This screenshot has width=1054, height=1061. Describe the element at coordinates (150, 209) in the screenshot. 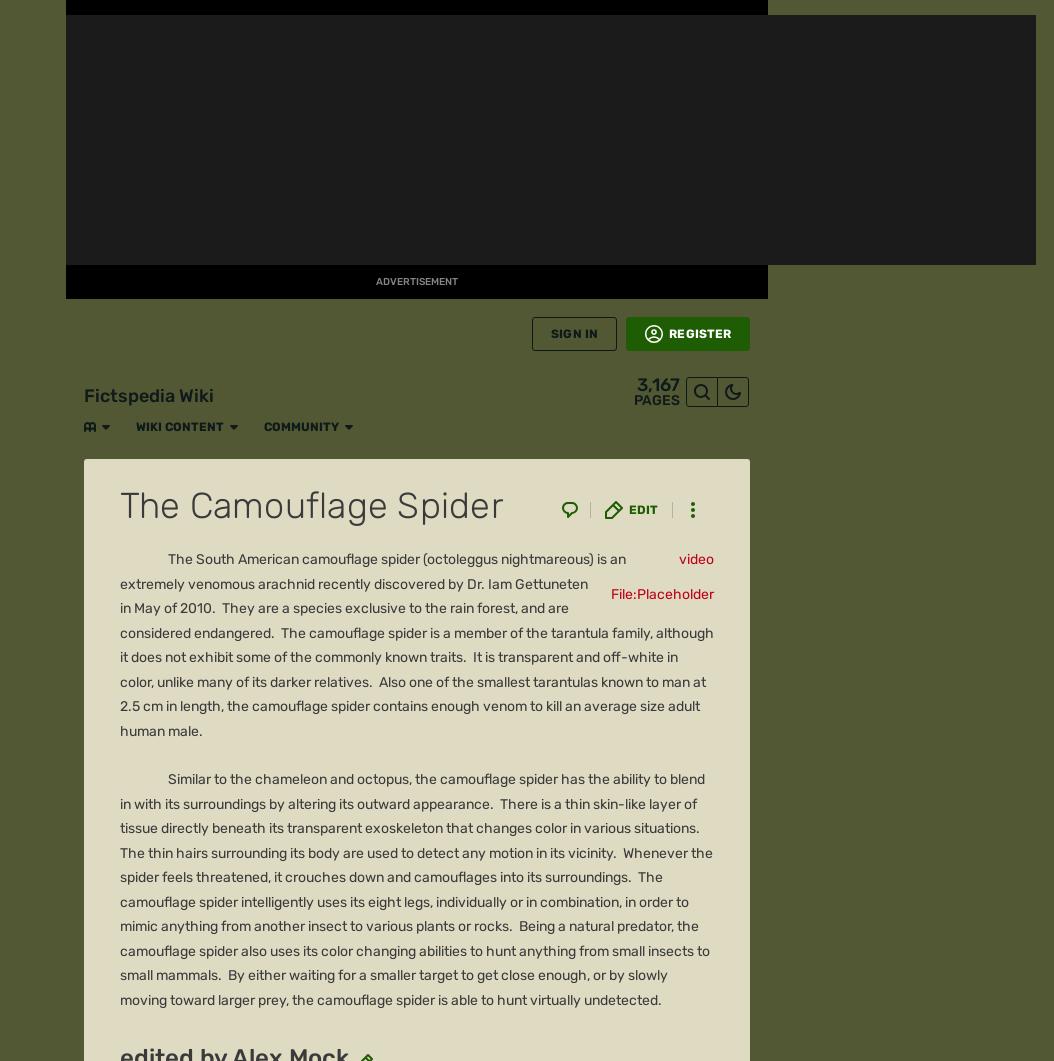

I see `'1'` at that location.